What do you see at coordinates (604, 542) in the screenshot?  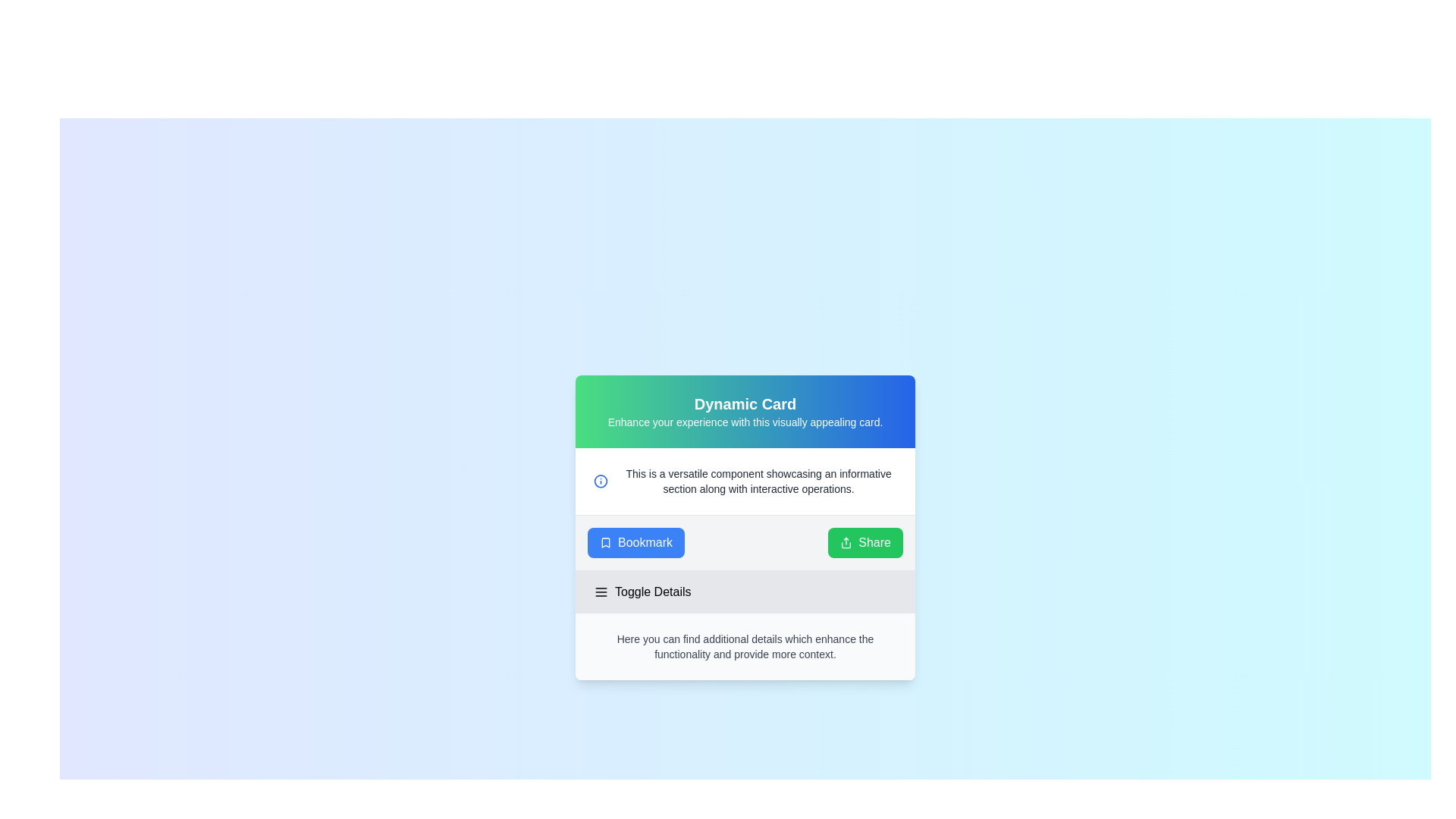 I see `the SVG Icon that symbolizes a bookmark action, located to the left of the 'Bookmark' button in the dynamic card layout` at bounding box center [604, 542].